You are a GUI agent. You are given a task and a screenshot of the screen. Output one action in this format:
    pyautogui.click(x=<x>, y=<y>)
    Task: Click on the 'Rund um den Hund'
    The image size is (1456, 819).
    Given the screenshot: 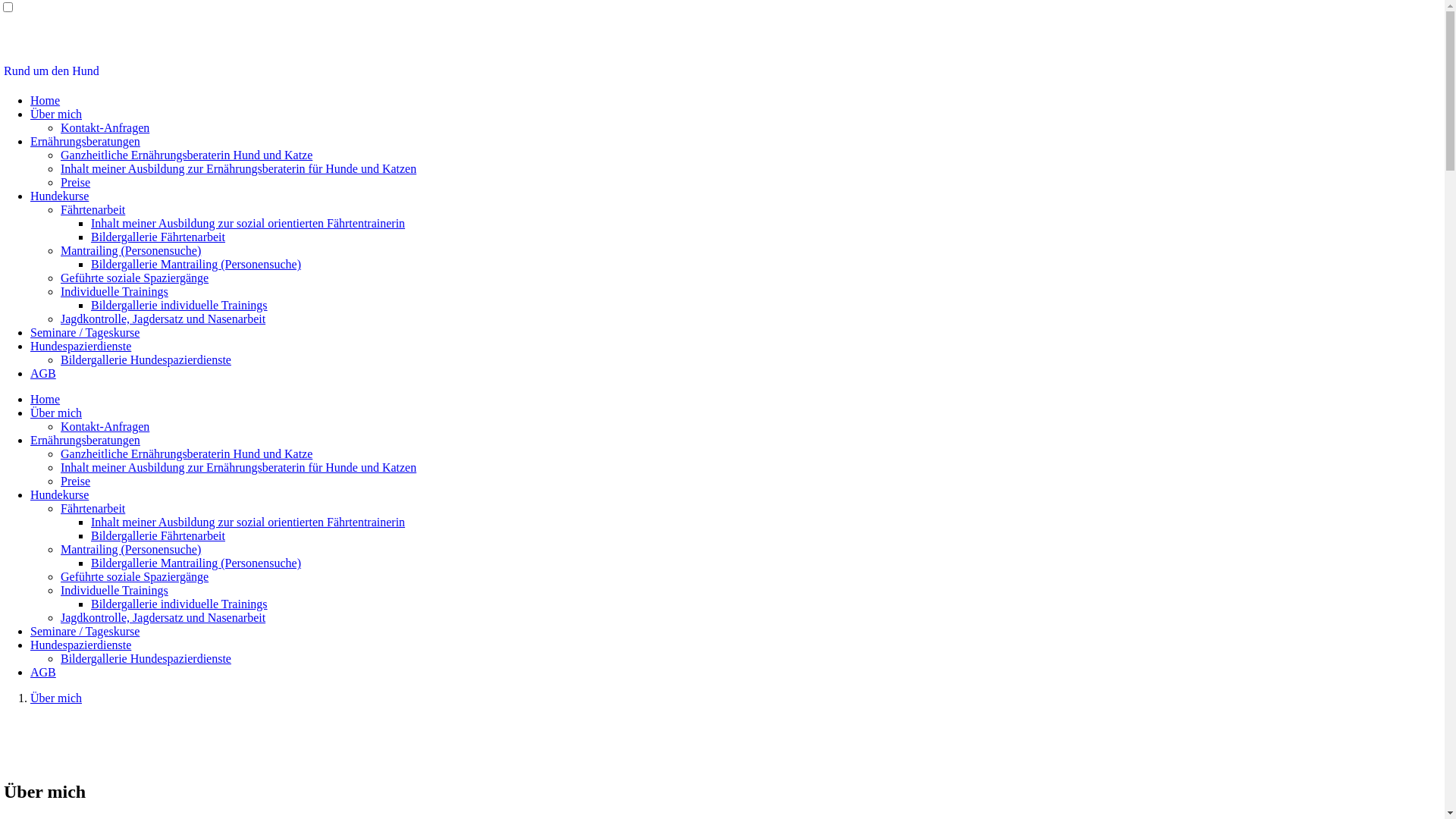 What is the action you would take?
    pyautogui.click(x=51, y=71)
    